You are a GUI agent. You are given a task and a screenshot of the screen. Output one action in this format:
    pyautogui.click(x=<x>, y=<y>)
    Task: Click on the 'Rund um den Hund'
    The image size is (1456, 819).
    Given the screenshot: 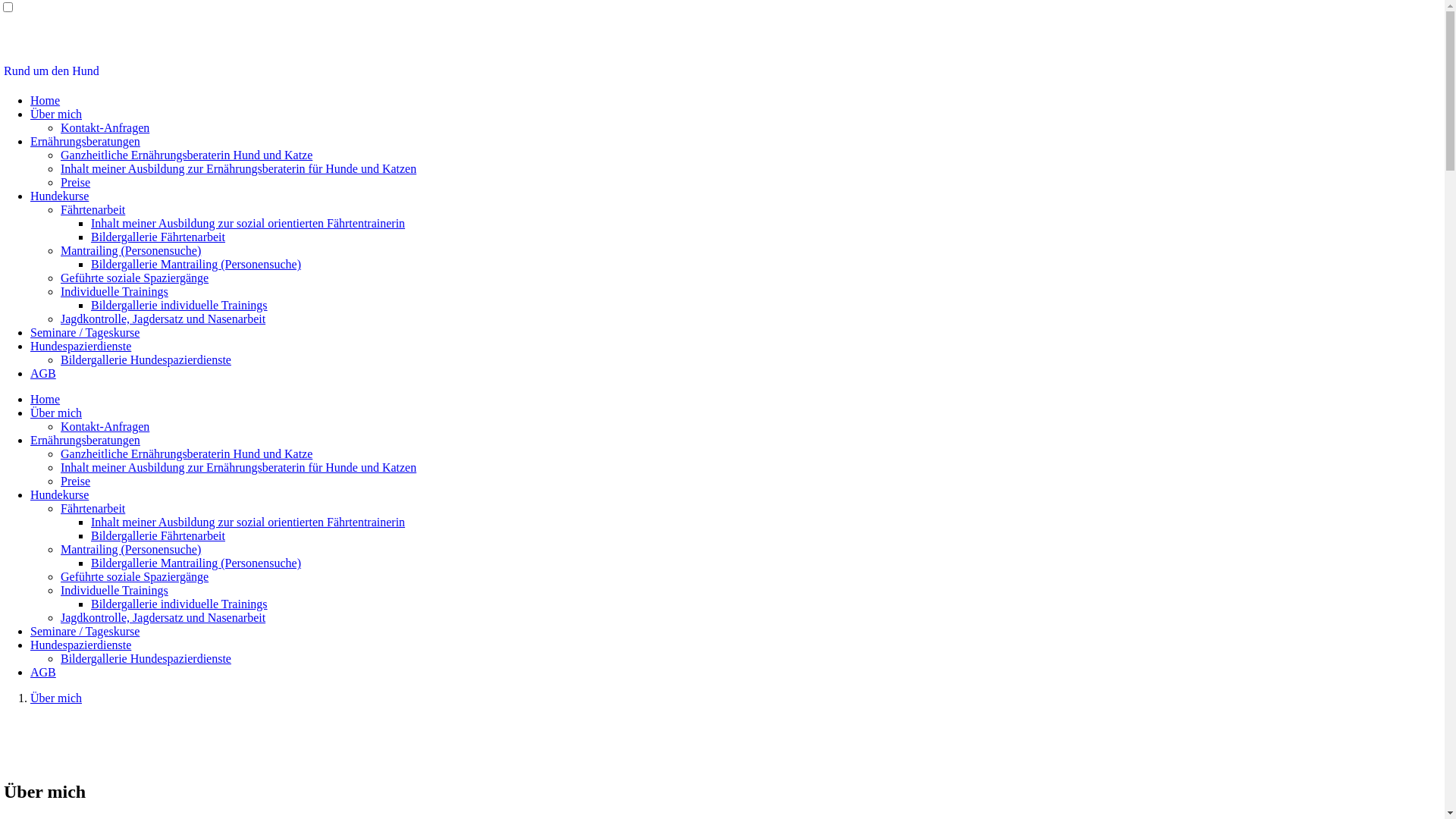 What is the action you would take?
    pyautogui.click(x=51, y=71)
    